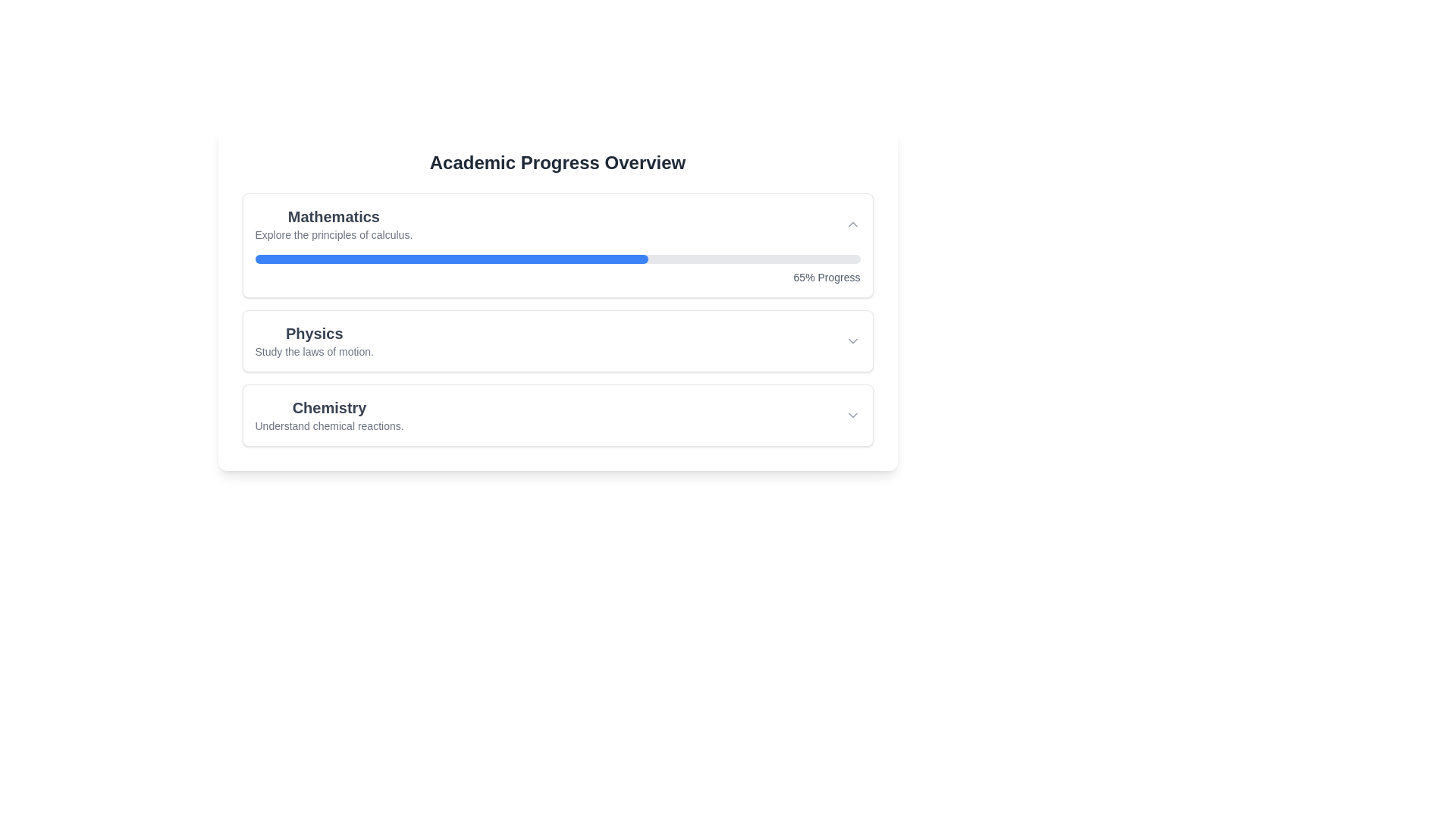 The image size is (1456, 819). Describe the element at coordinates (852, 415) in the screenshot. I see `the small, downward-facing gray chevron icon` at that location.